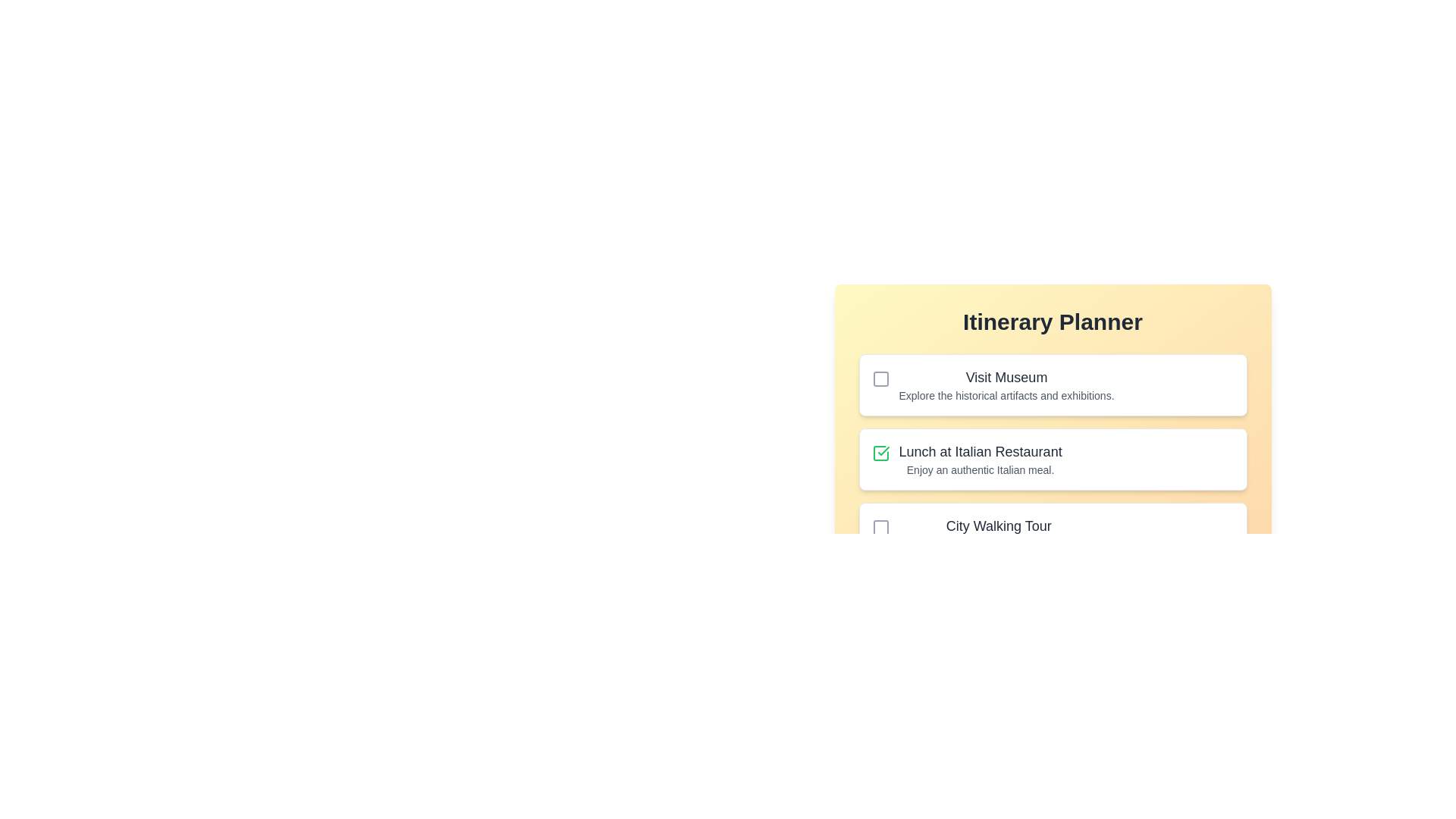  What do you see at coordinates (880, 526) in the screenshot?
I see `the checkbox located in the third card of the itinerary list, to the left of the 'City Walking Tour' text` at bounding box center [880, 526].